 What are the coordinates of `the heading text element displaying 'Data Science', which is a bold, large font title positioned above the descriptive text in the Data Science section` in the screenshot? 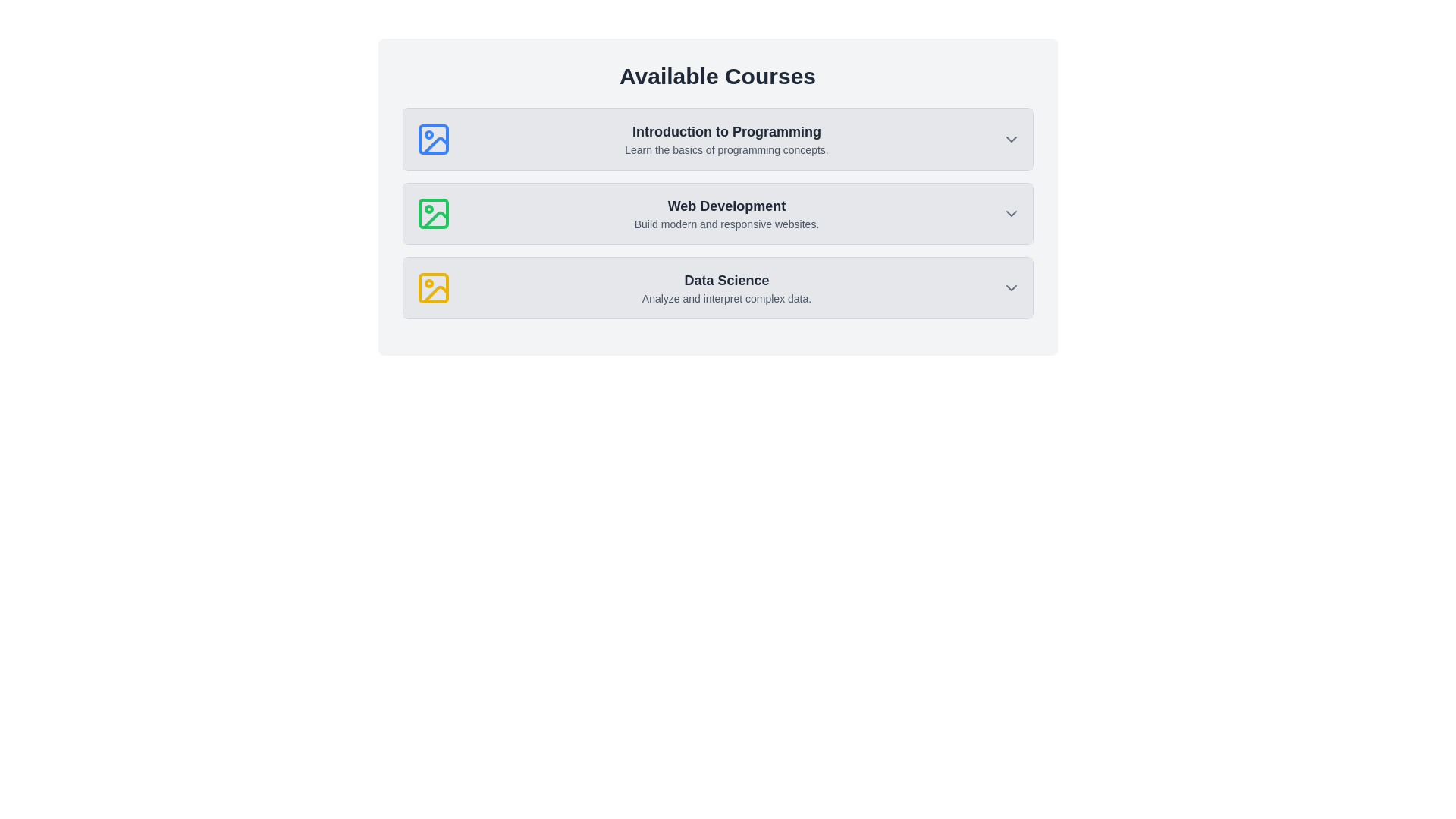 It's located at (726, 281).